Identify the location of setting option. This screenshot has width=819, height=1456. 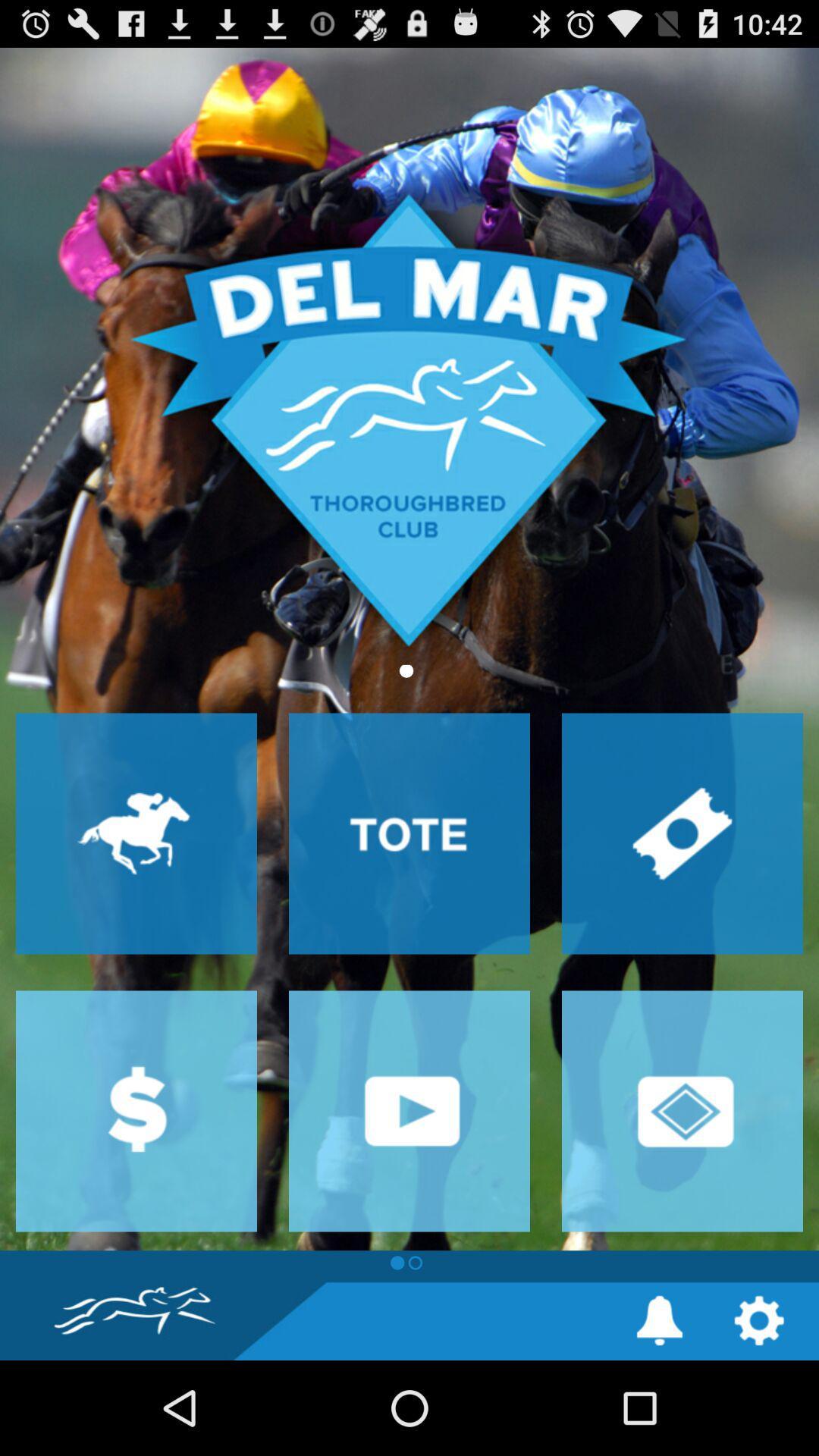
(759, 1319).